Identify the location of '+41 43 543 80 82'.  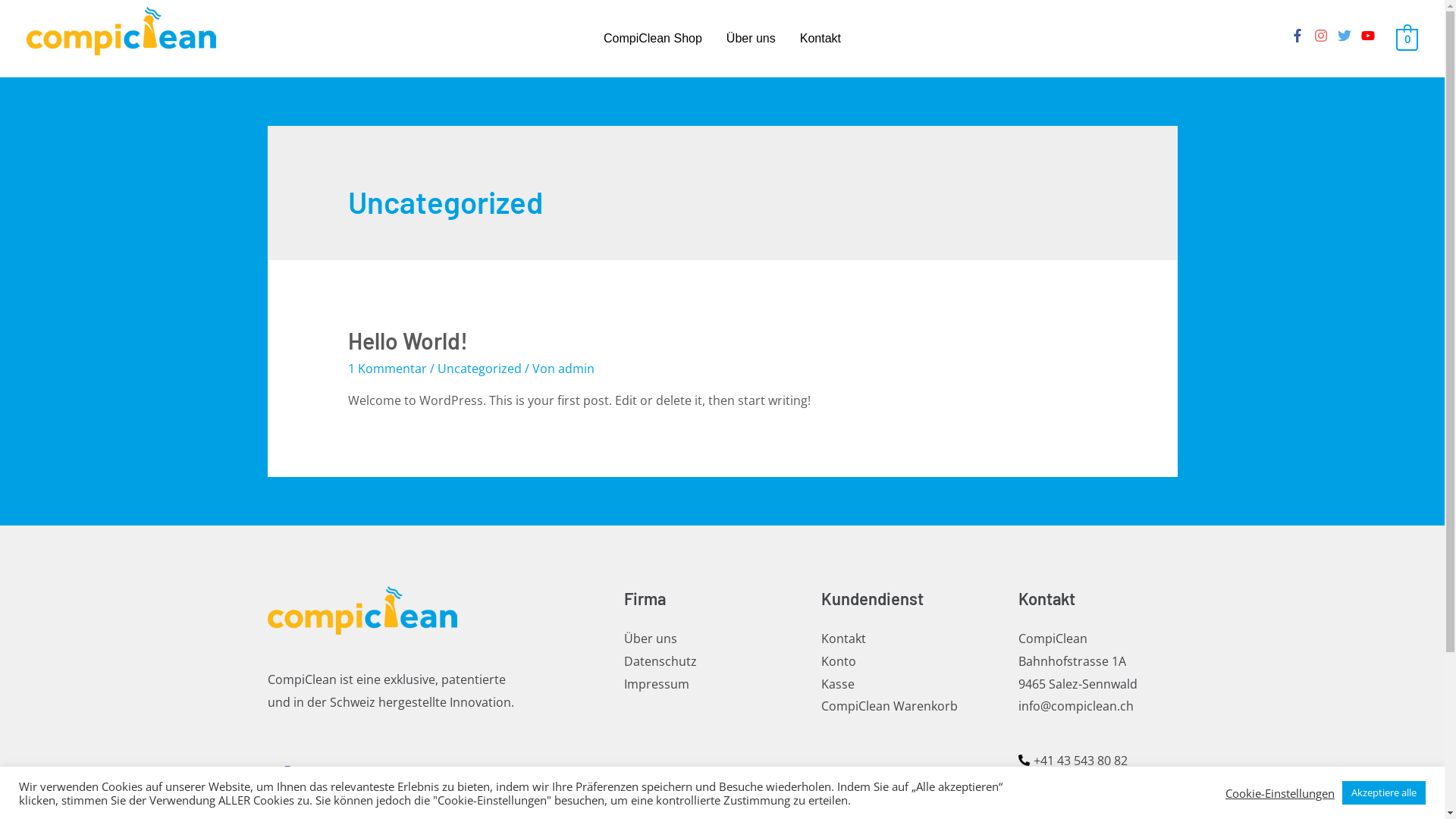
(1072, 760).